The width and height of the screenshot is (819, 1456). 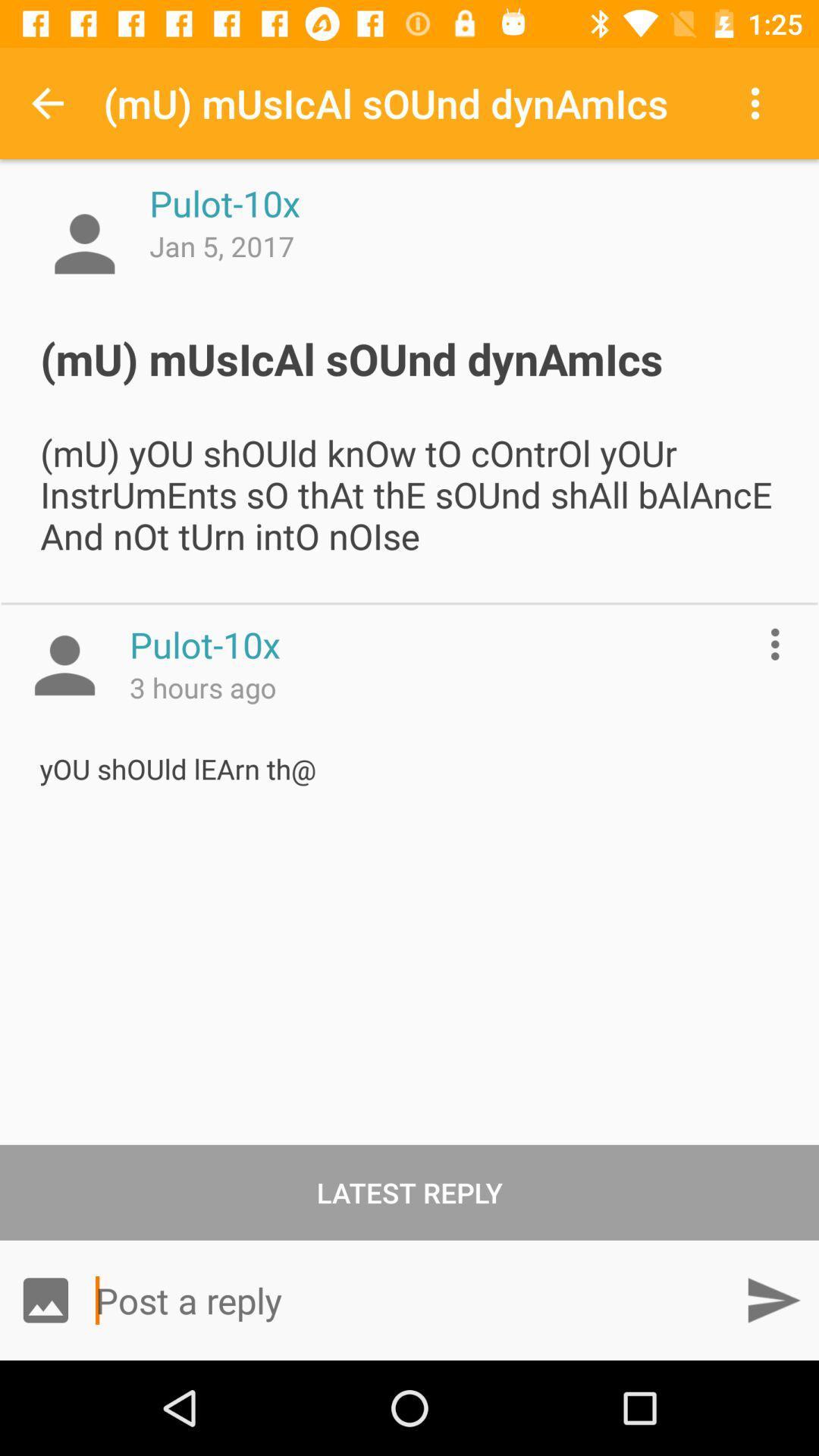 What do you see at coordinates (409, 1191) in the screenshot?
I see `item below you should learn` at bounding box center [409, 1191].